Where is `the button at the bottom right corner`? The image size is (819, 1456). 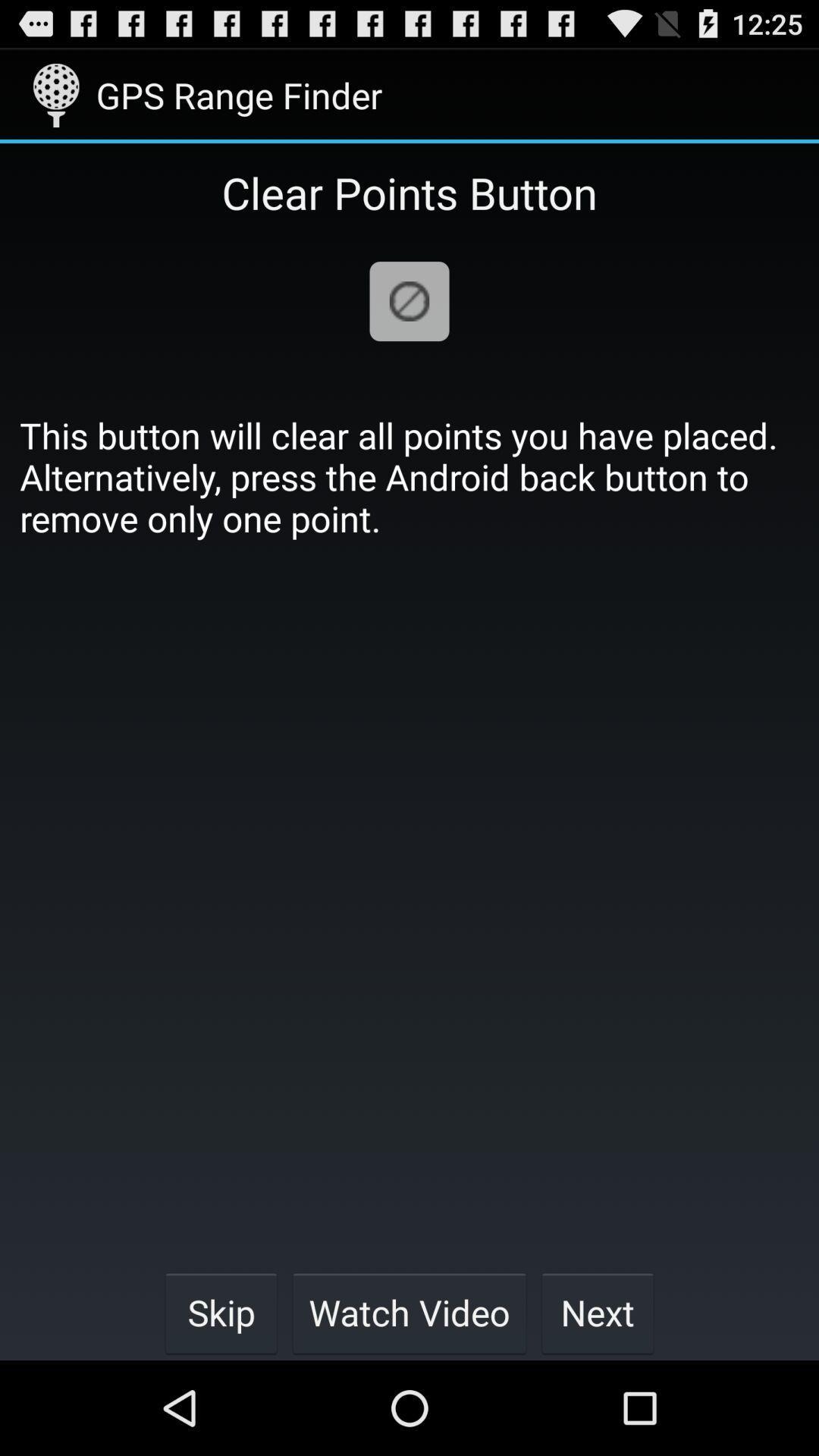
the button at the bottom right corner is located at coordinates (597, 1312).